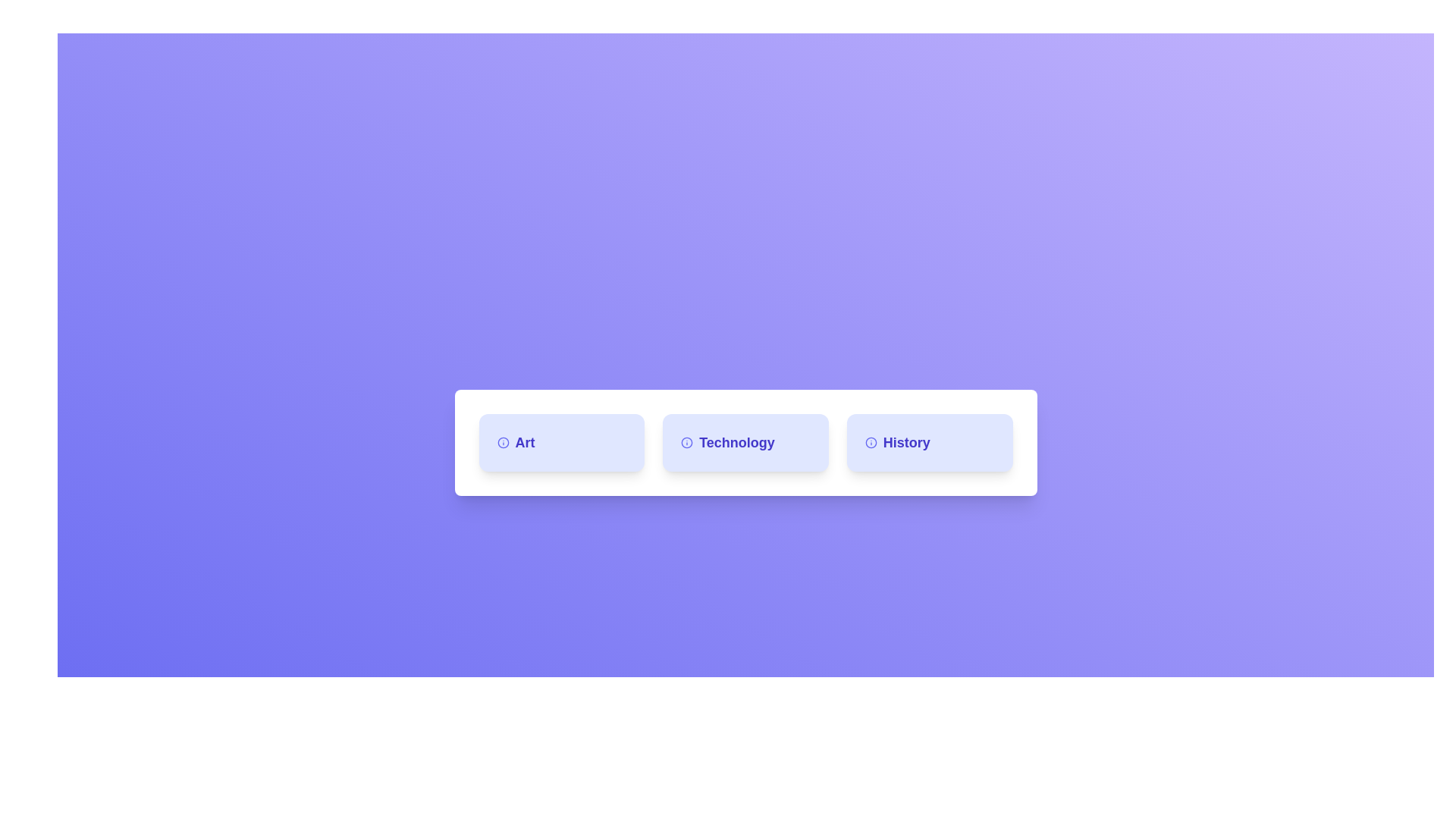  What do you see at coordinates (686, 442) in the screenshot?
I see `the circular indigo icon located inside the 'Technology' button to interact with it` at bounding box center [686, 442].